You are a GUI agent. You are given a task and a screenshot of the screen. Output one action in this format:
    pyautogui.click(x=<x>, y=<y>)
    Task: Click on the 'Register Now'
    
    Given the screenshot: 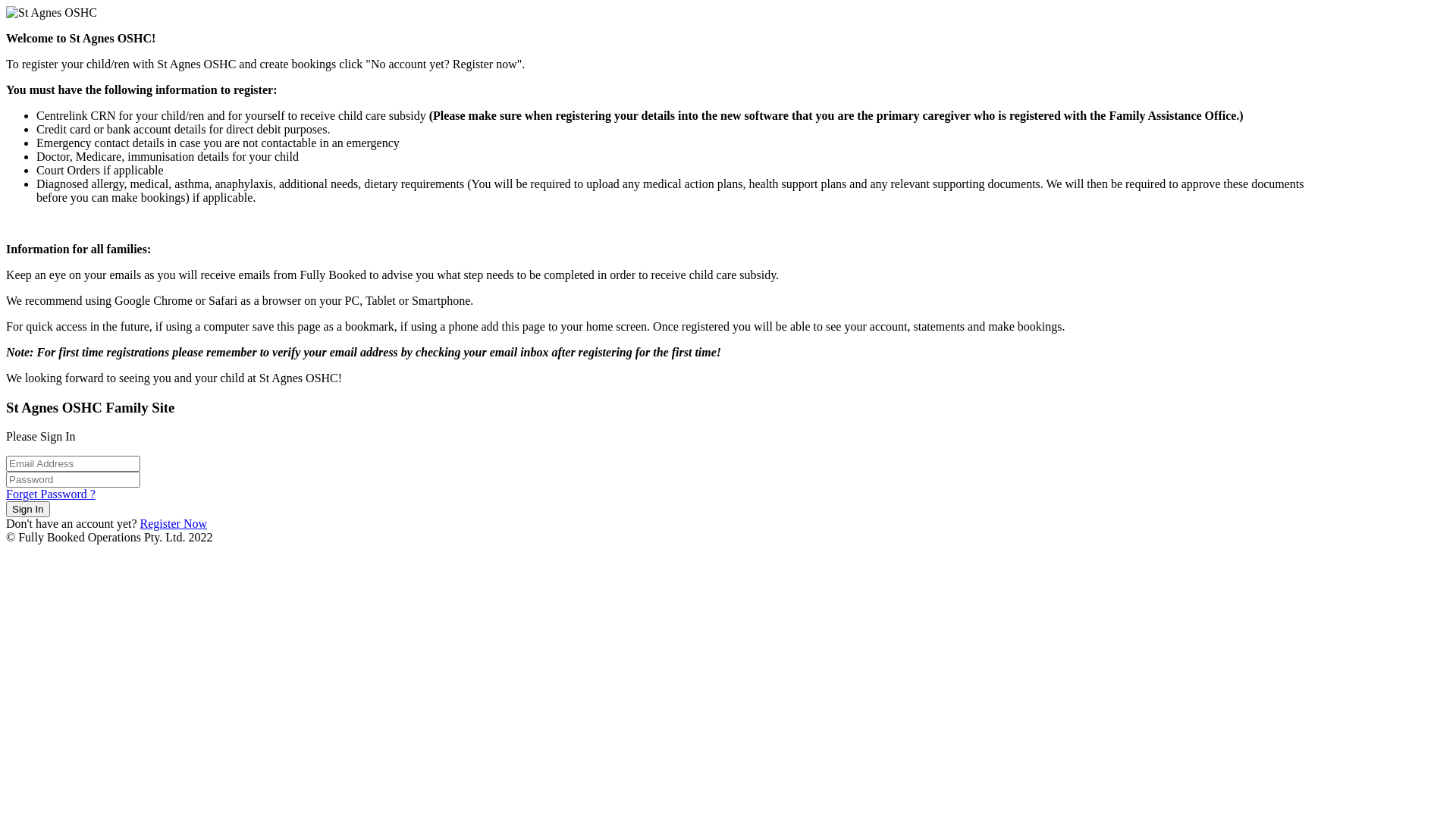 What is the action you would take?
    pyautogui.click(x=174, y=522)
    